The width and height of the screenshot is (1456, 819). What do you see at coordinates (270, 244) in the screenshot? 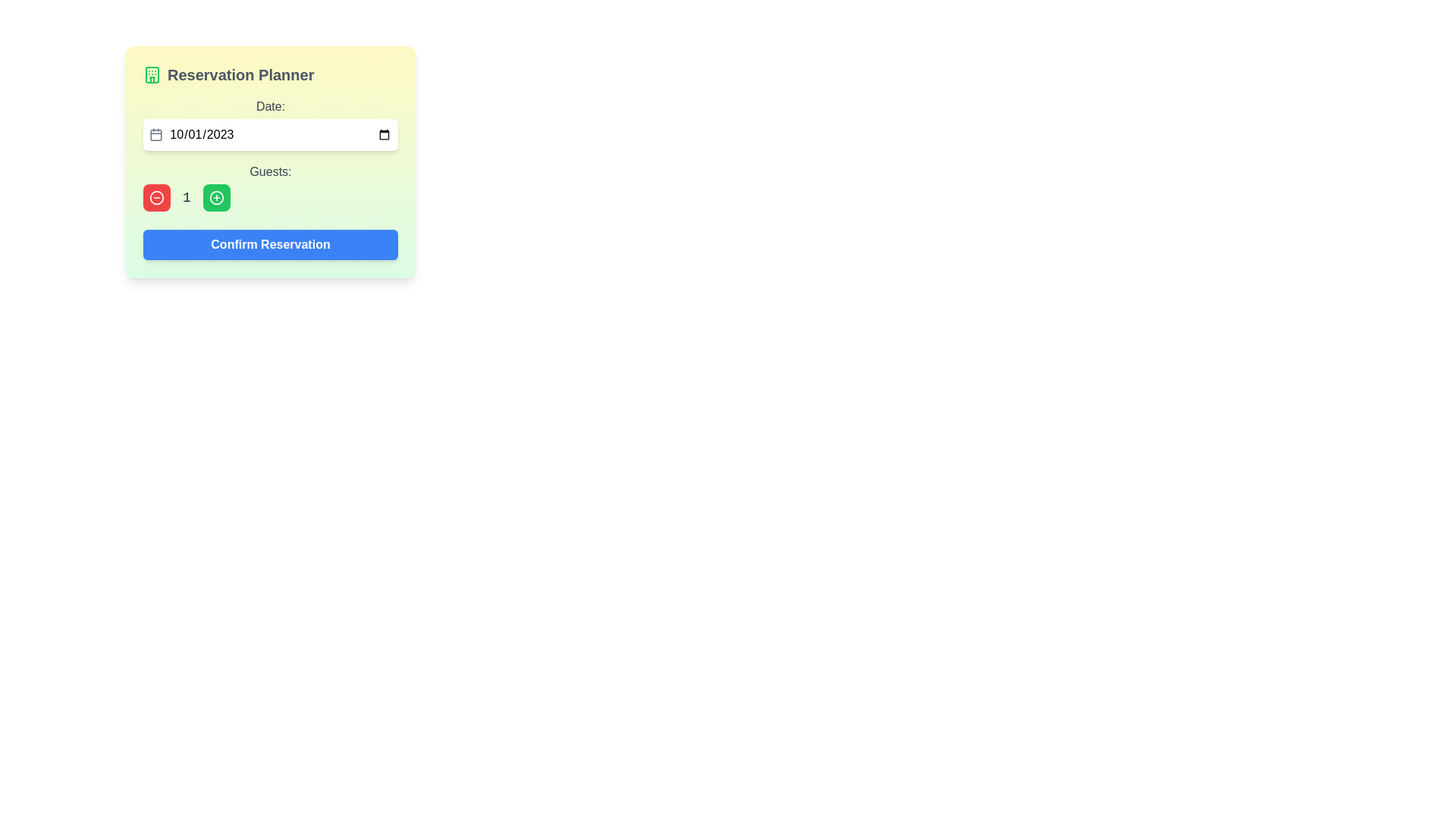
I see `the rectangular blue 'Confirm Reservation' button with rounded corners located at the bottom of the 'Reservation Planner' panel to confirm the reservation` at bounding box center [270, 244].